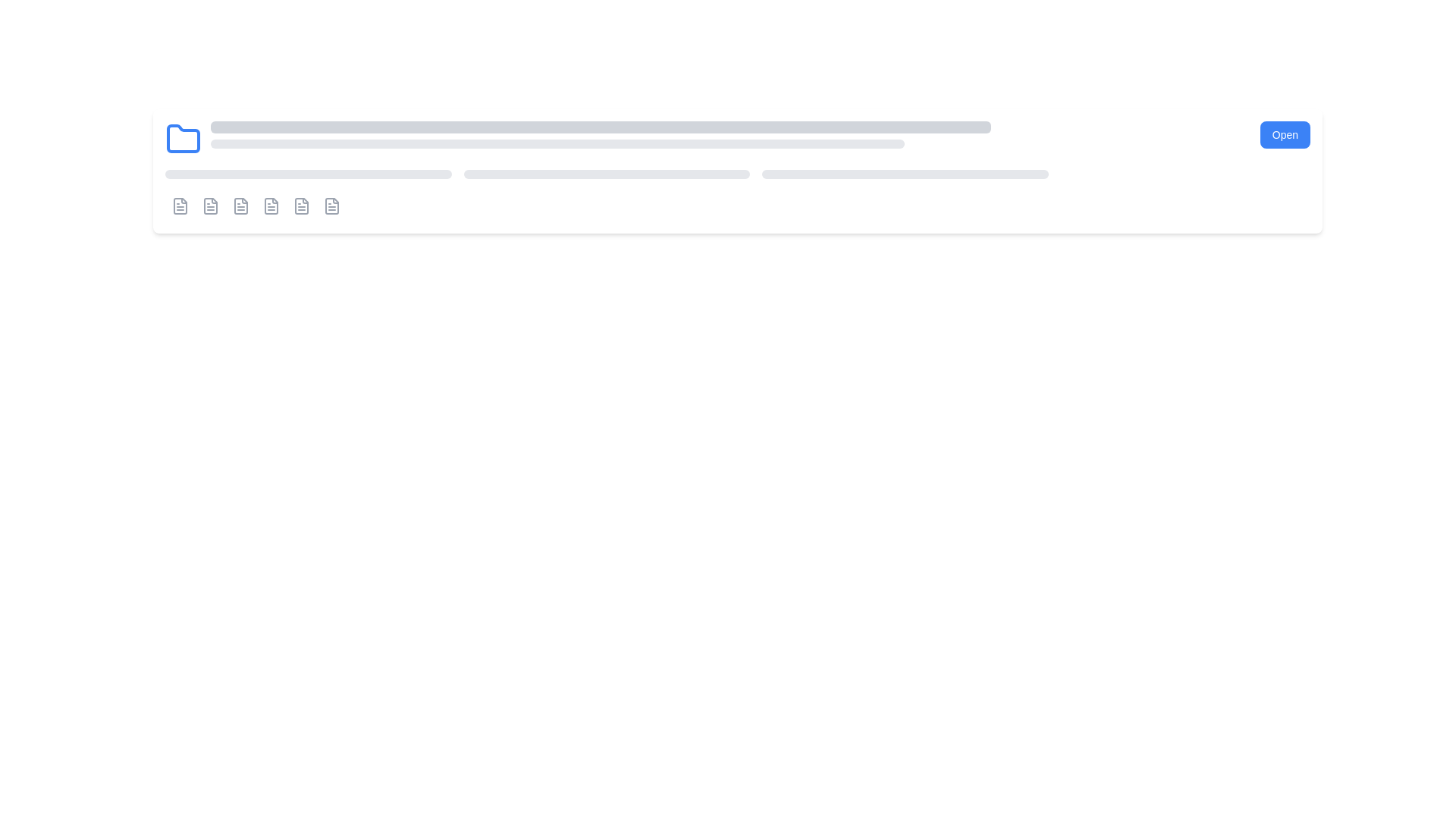  I want to click on the file icon located in the bottom left portion of the interface, which serves as a visual representation for navigation or identification, so click(331, 206).